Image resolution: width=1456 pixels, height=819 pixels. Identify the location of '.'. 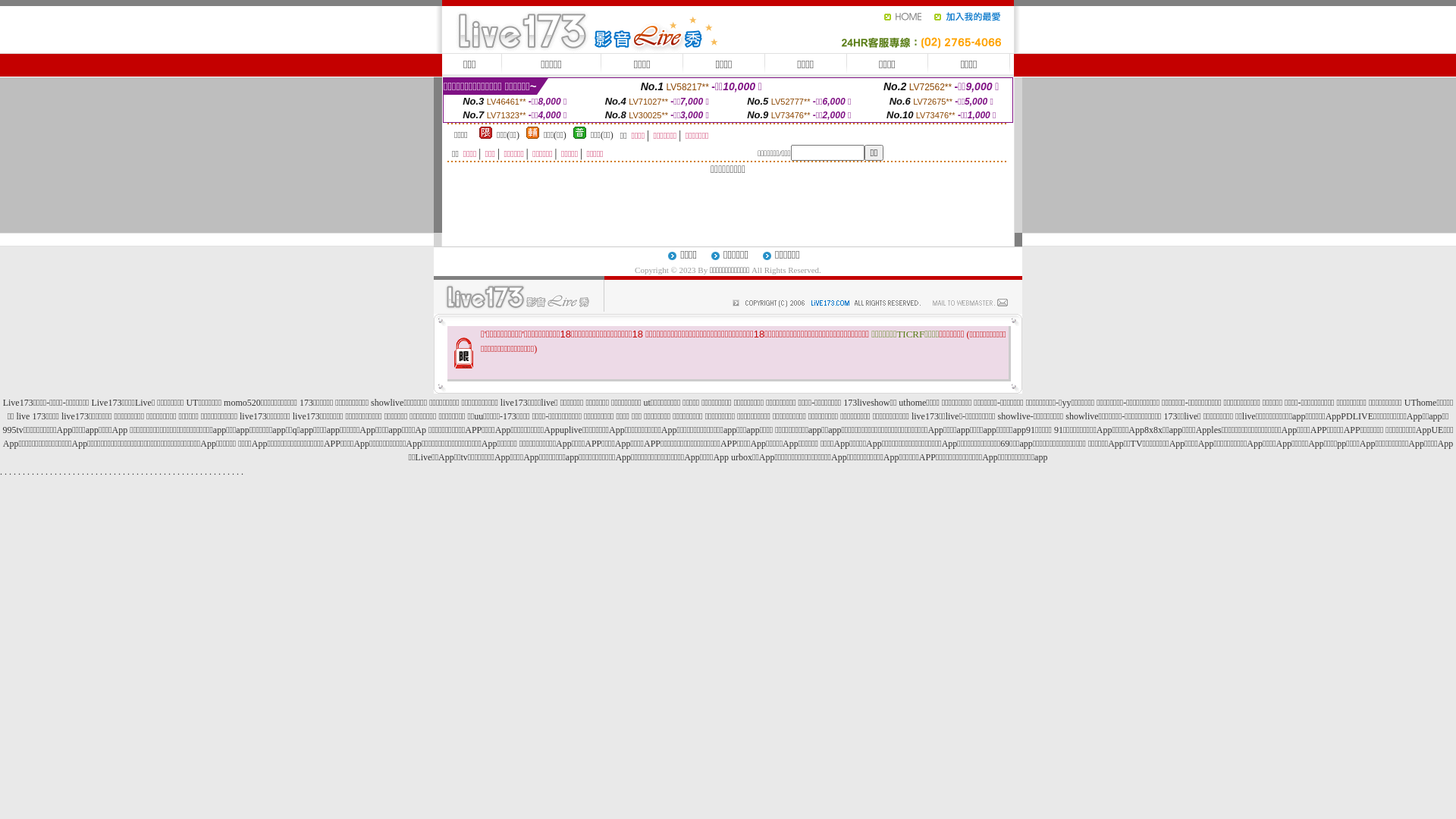
(55, 470).